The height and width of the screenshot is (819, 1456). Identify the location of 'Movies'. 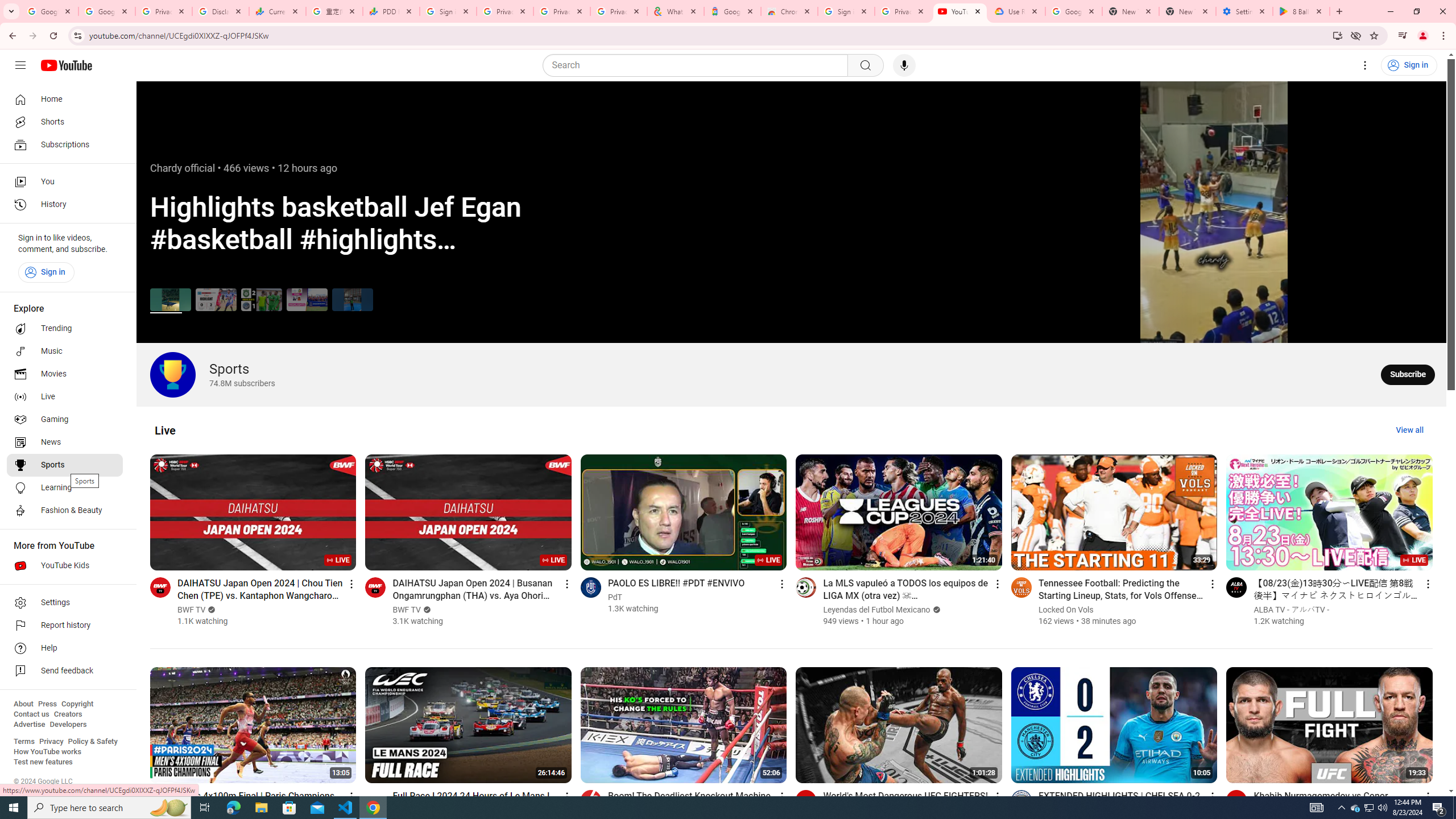
(64, 374).